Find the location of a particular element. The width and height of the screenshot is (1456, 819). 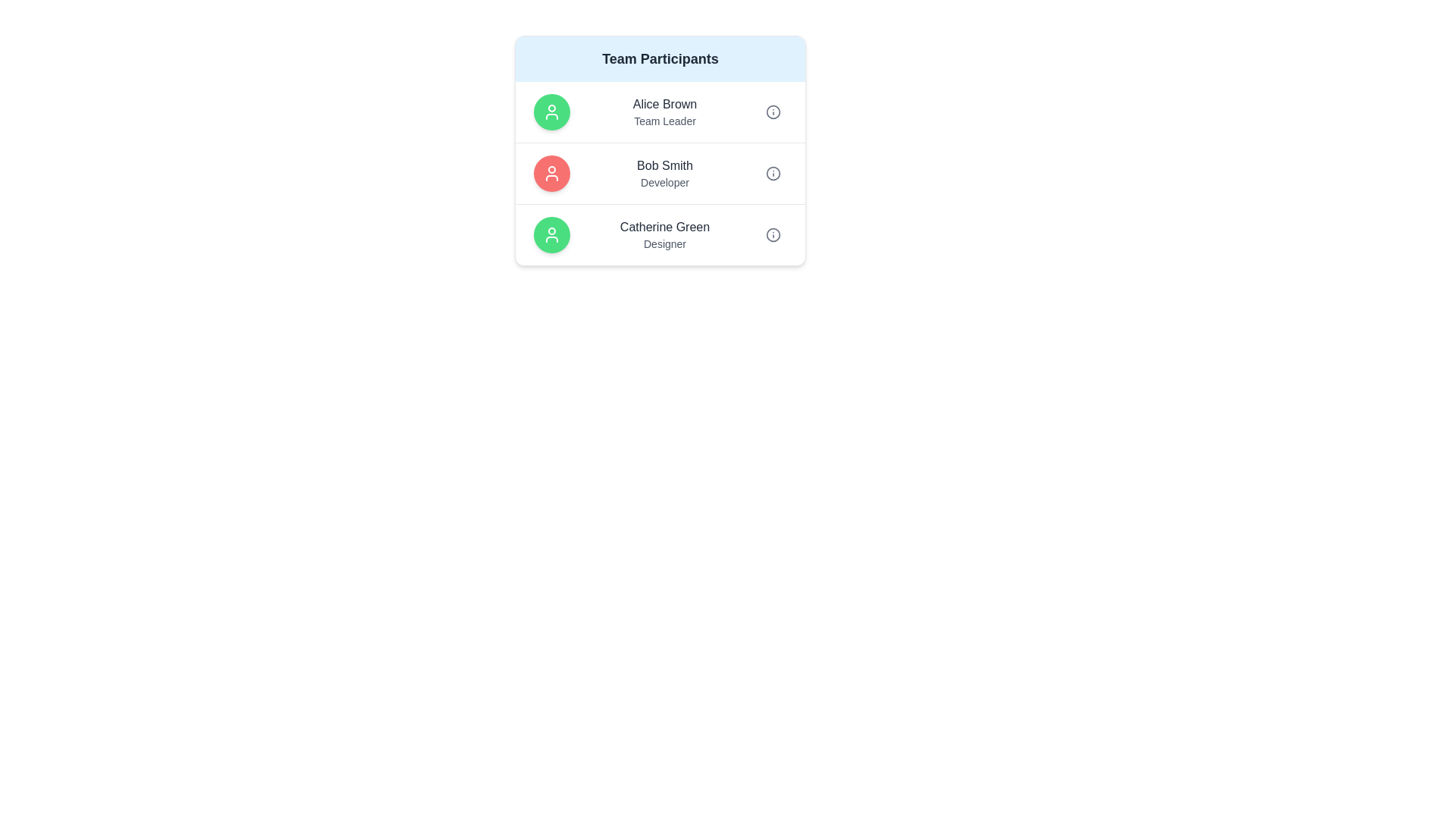

the Text Label Element representing 'Bob Smith' who is a 'Developer' in the 'Team Participants' list is located at coordinates (665, 172).